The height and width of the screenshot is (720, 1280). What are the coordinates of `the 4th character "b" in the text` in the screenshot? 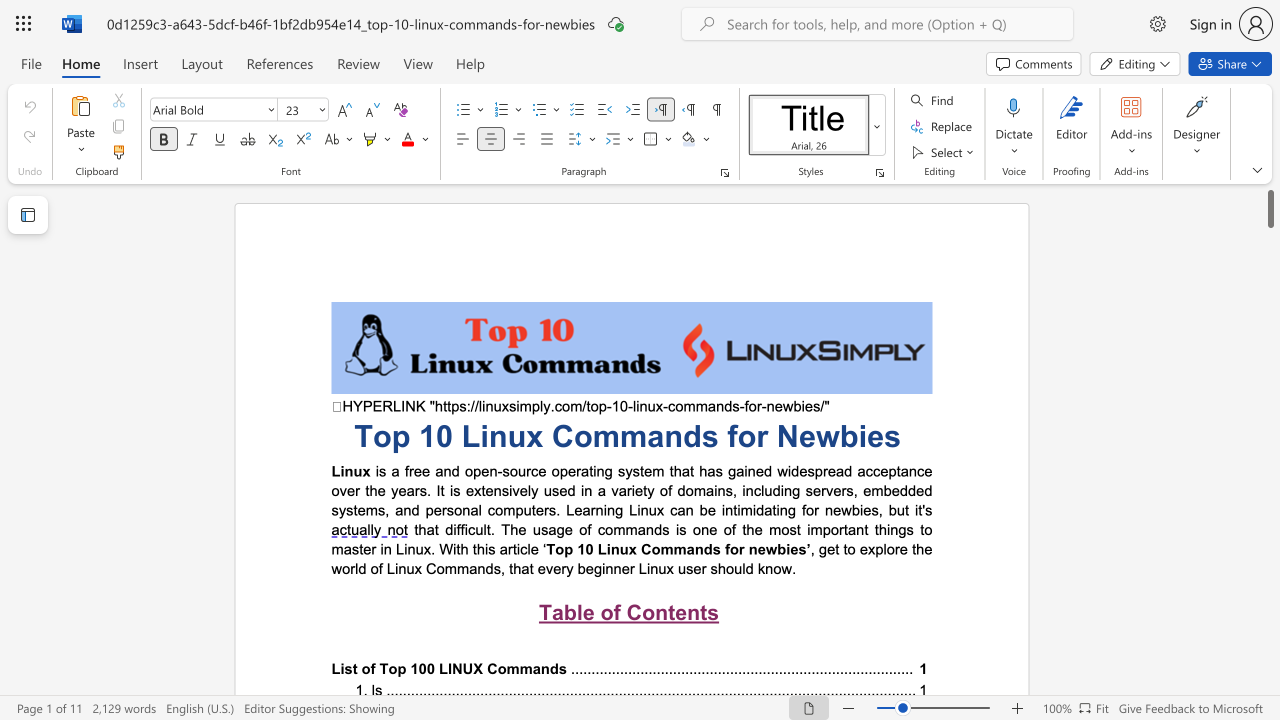 It's located at (891, 509).